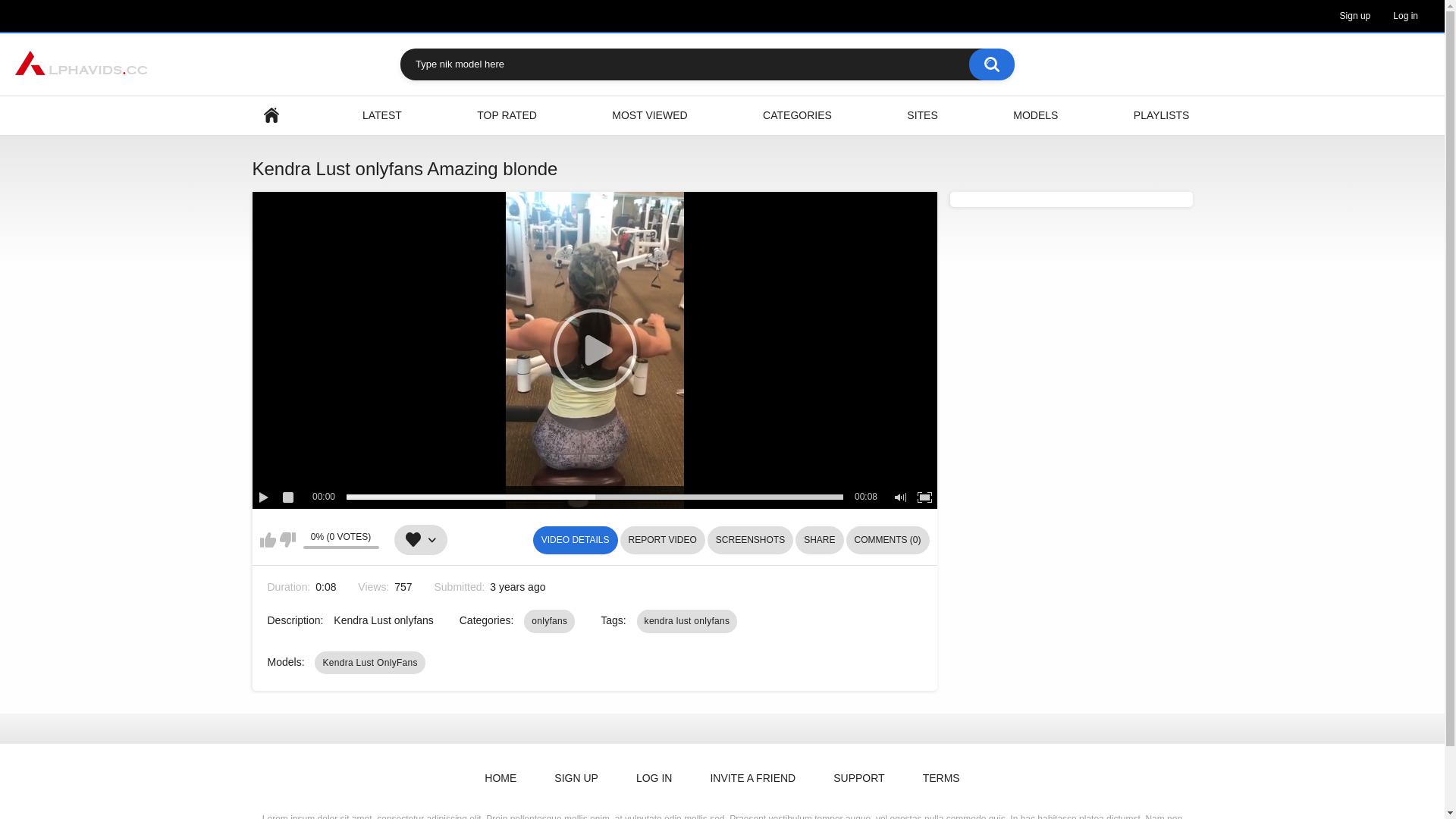  What do you see at coordinates (621, 778) in the screenshot?
I see `'LOG IN'` at bounding box center [621, 778].